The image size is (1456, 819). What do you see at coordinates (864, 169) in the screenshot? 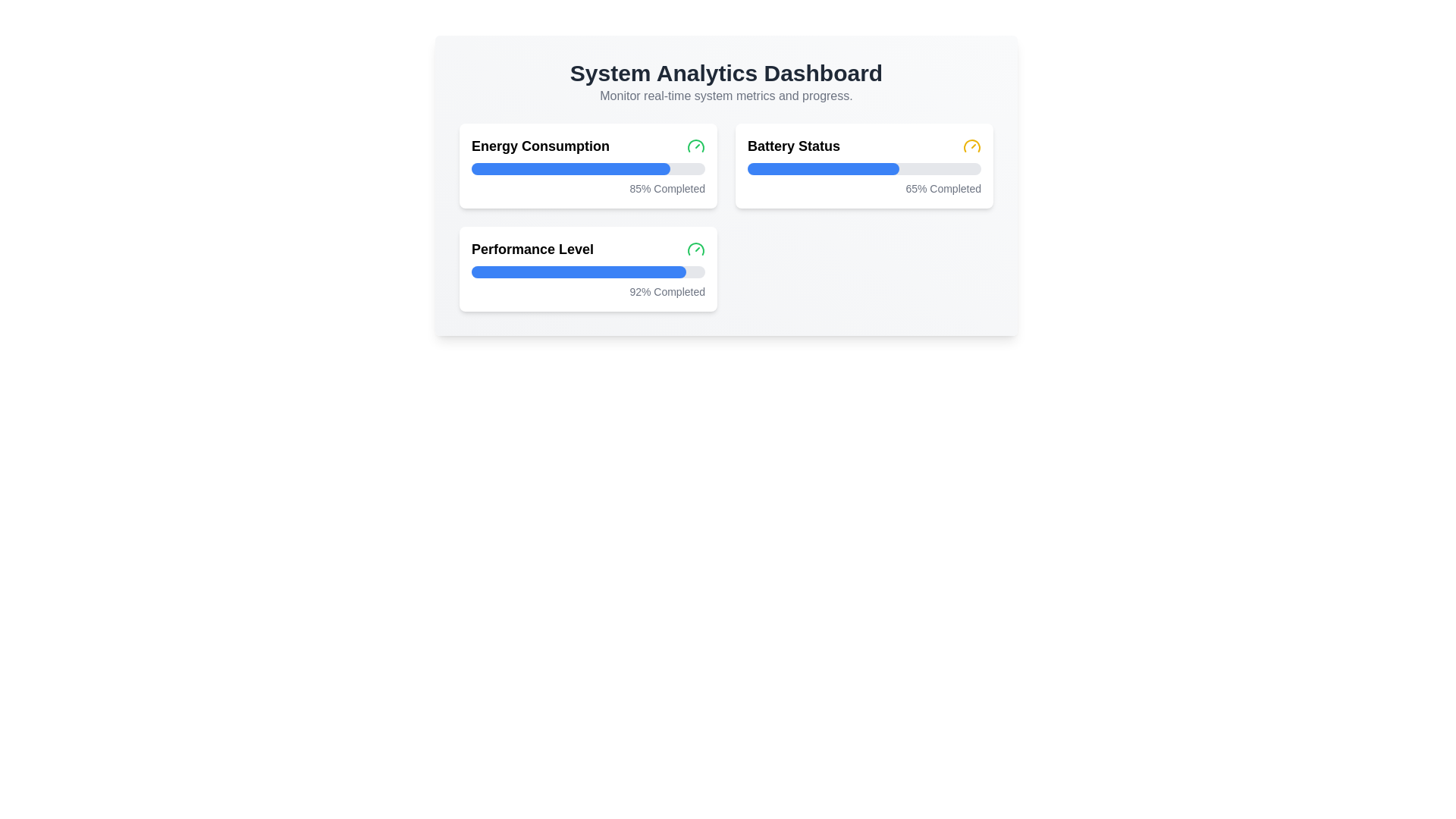
I see `the progress bar that displays the battery status percentage, located within the 'Battery Status' card on the dashboard` at bounding box center [864, 169].